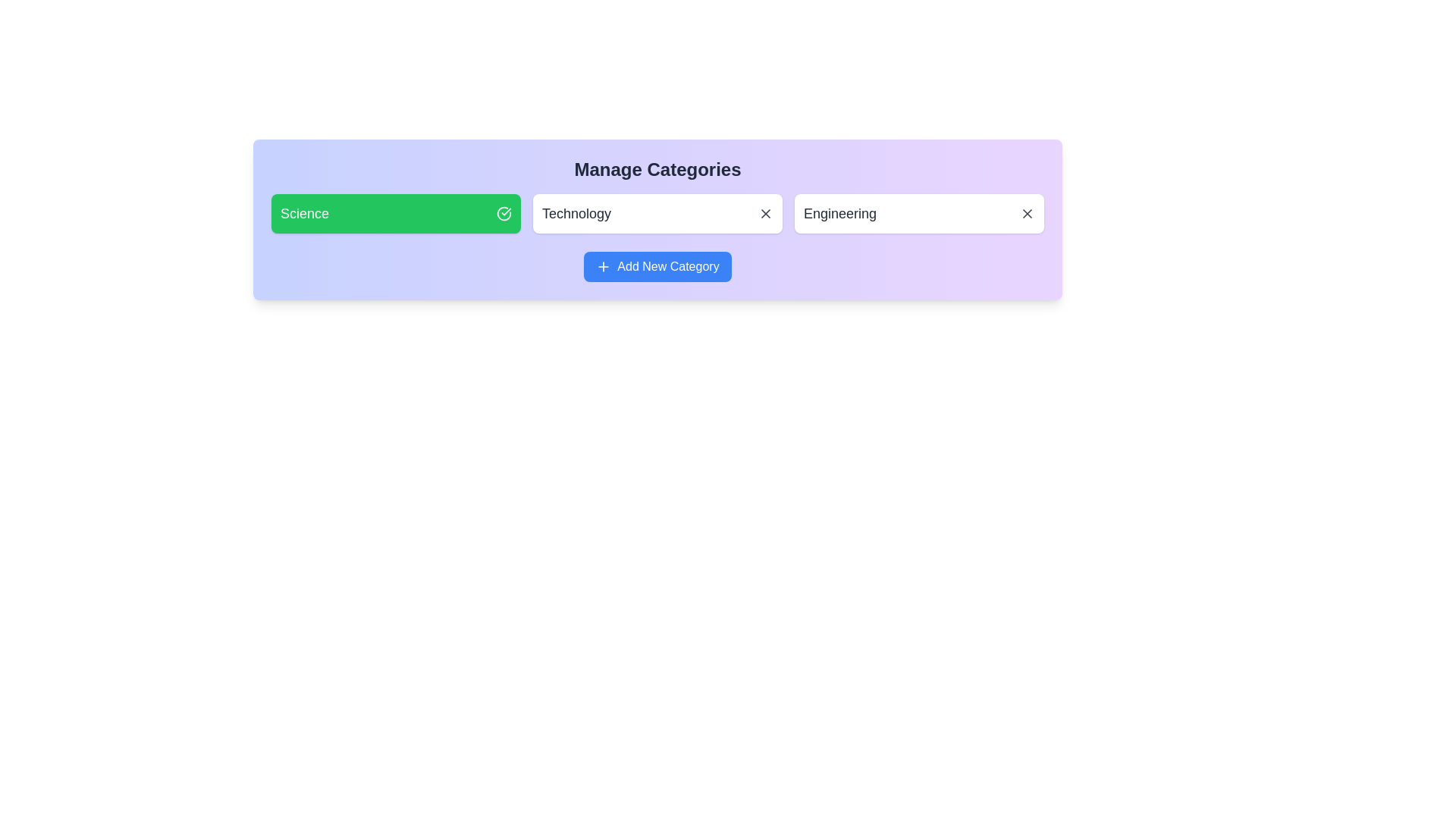 The height and width of the screenshot is (819, 1456). I want to click on the category Science to observe the hover effect, so click(396, 213).